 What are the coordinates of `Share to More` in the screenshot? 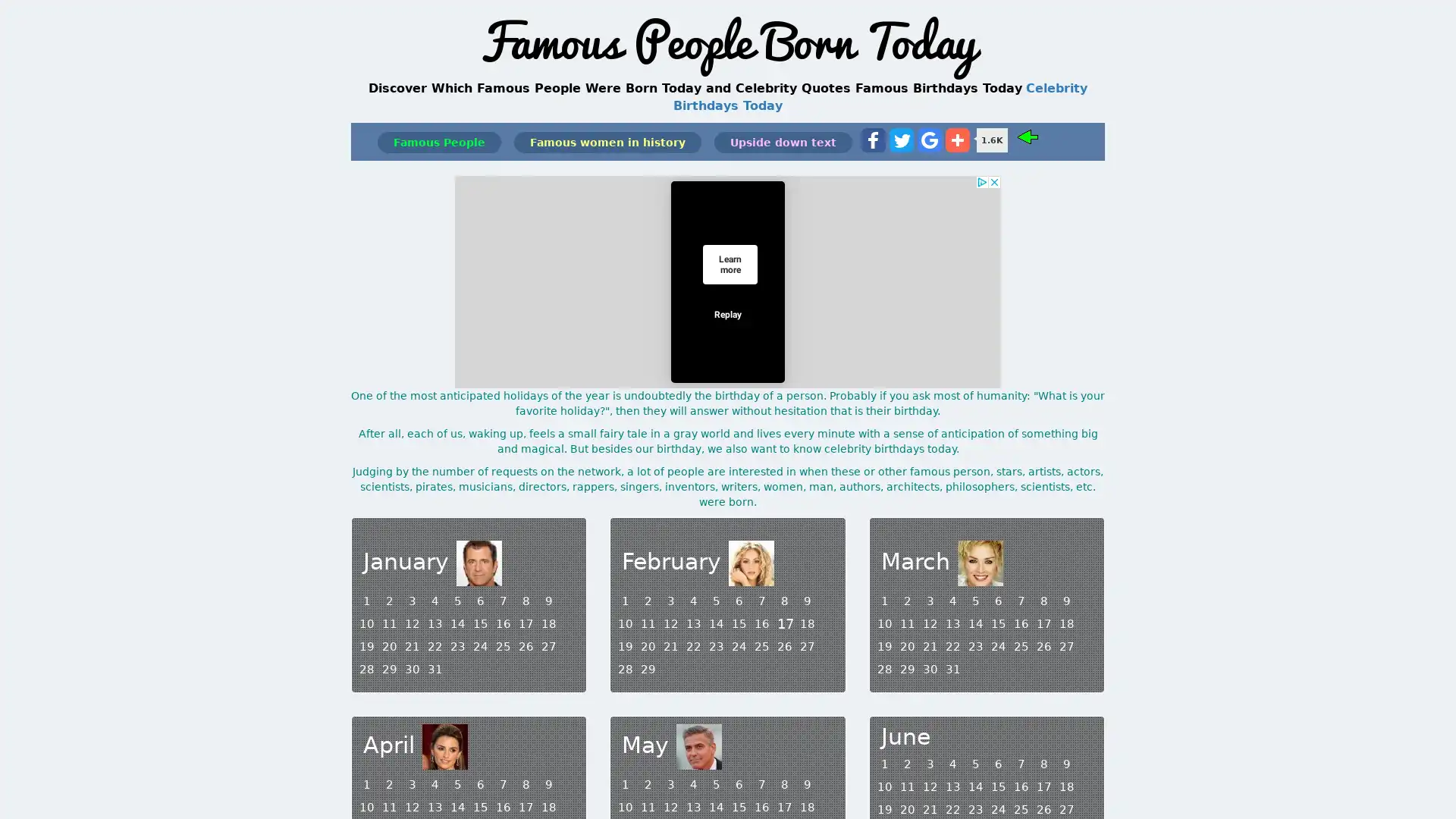 It's located at (956, 140).